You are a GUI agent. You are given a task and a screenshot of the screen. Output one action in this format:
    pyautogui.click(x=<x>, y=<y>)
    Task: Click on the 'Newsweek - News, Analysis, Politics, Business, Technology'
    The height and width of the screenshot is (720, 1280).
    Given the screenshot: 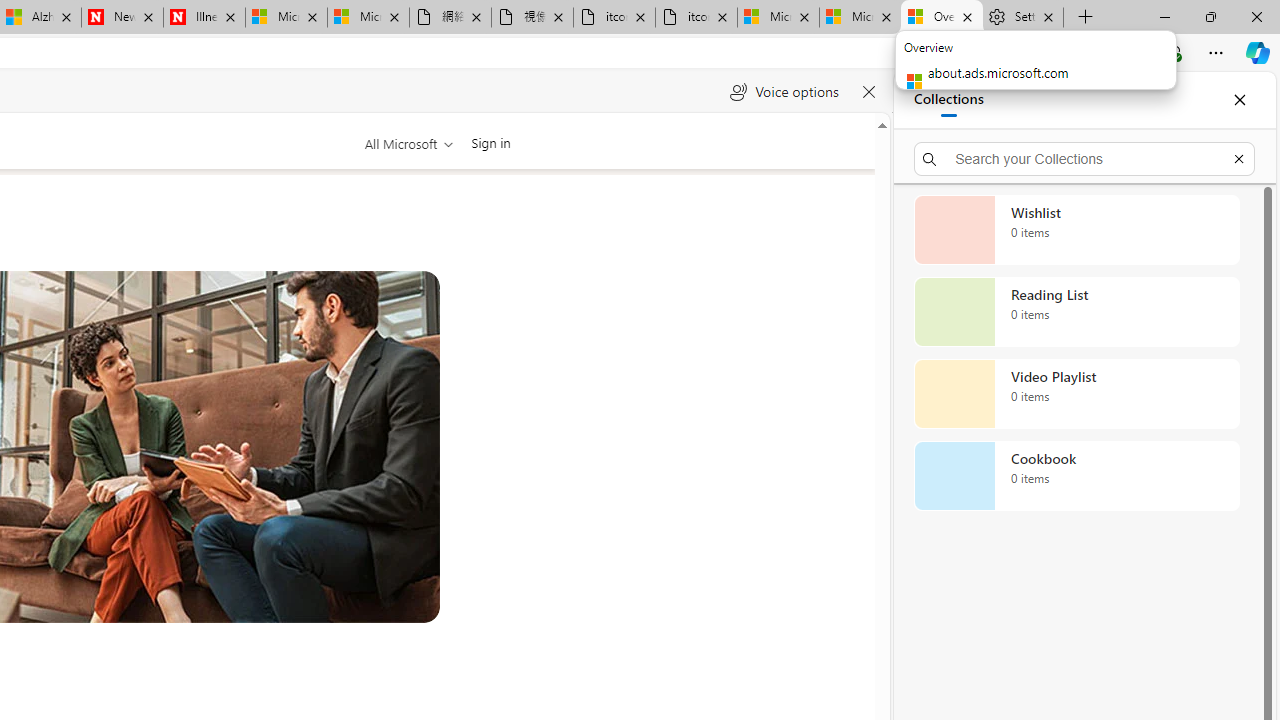 What is the action you would take?
    pyautogui.click(x=121, y=17)
    